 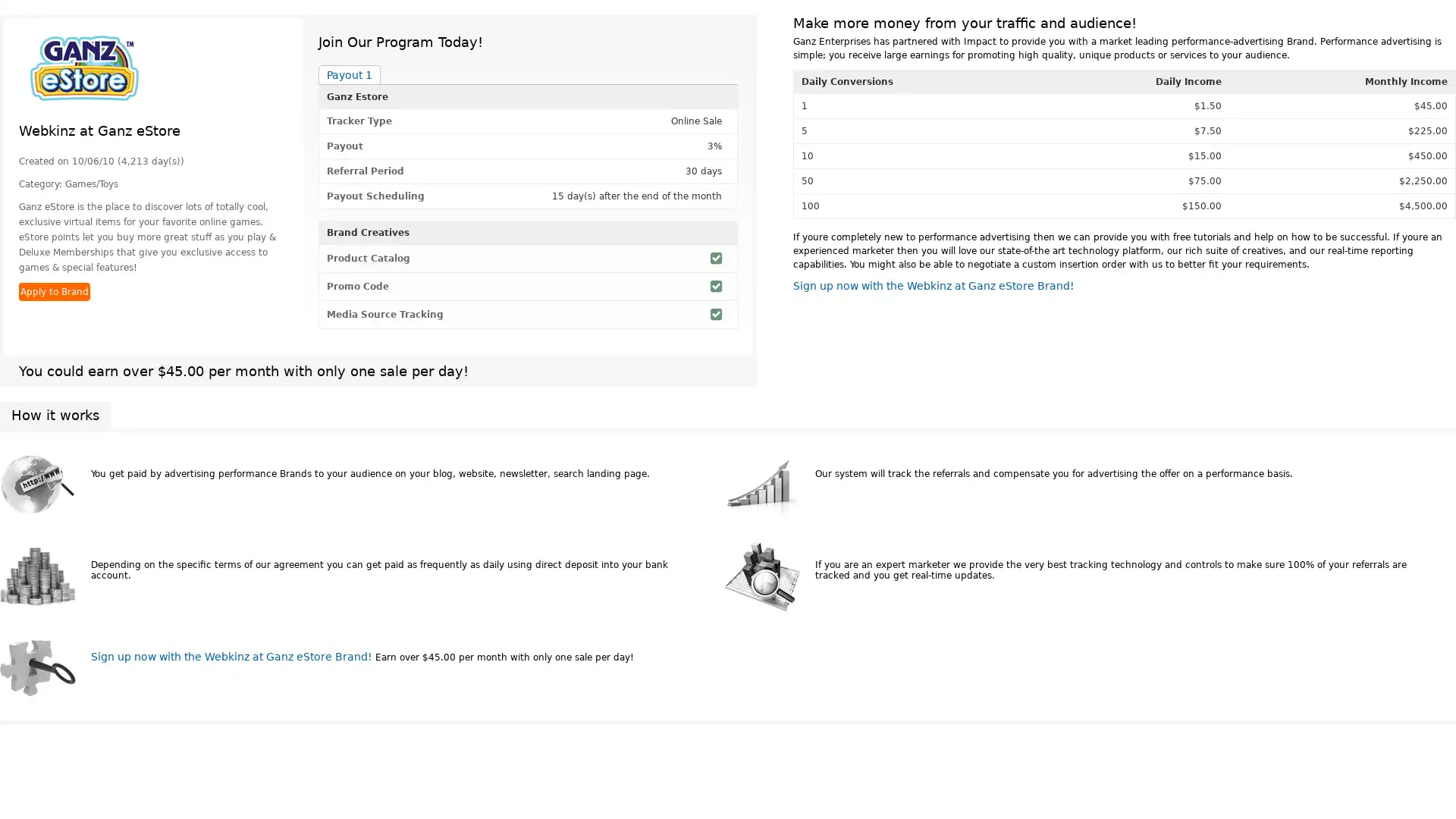 What do you see at coordinates (55, 292) in the screenshot?
I see `Apply to Brand` at bounding box center [55, 292].